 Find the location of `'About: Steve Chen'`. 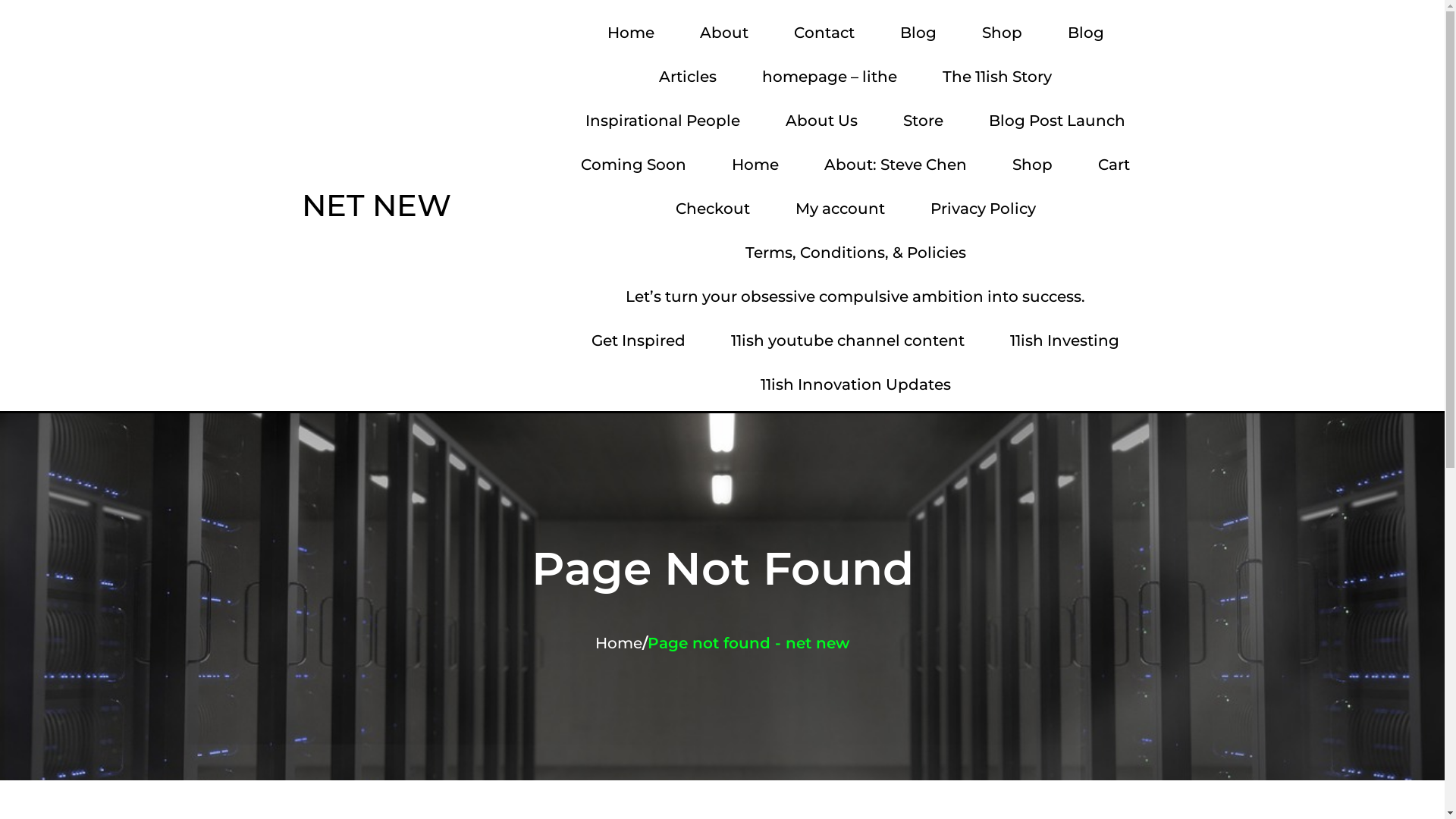

'About: Steve Chen' is located at coordinates (895, 164).